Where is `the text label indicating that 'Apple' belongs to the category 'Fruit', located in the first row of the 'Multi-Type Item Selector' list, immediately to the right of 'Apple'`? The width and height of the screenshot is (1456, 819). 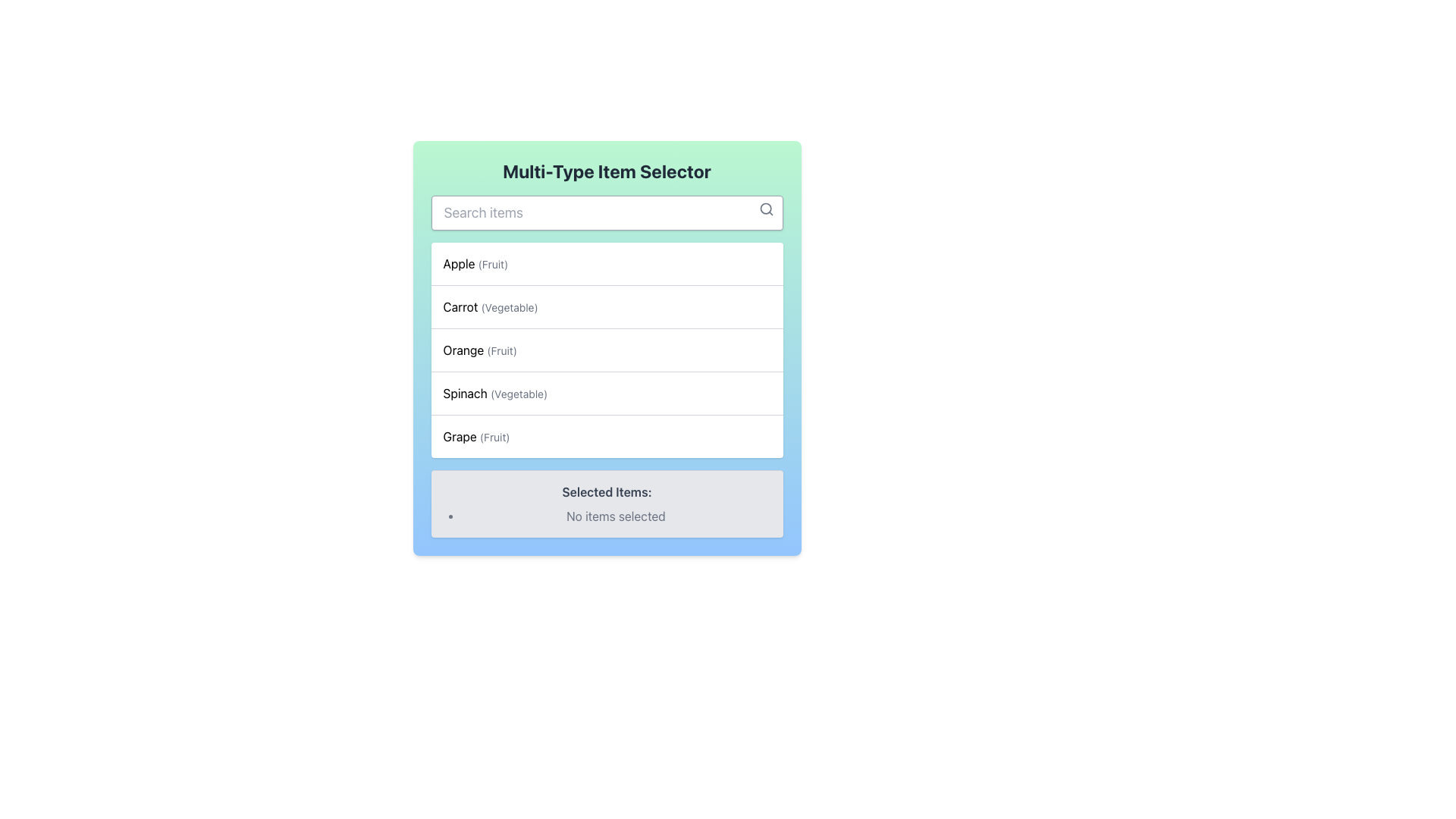 the text label indicating that 'Apple' belongs to the category 'Fruit', located in the first row of the 'Multi-Type Item Selector' list, immediately to the right of 'Apple' is located at coordinates (493, 263).